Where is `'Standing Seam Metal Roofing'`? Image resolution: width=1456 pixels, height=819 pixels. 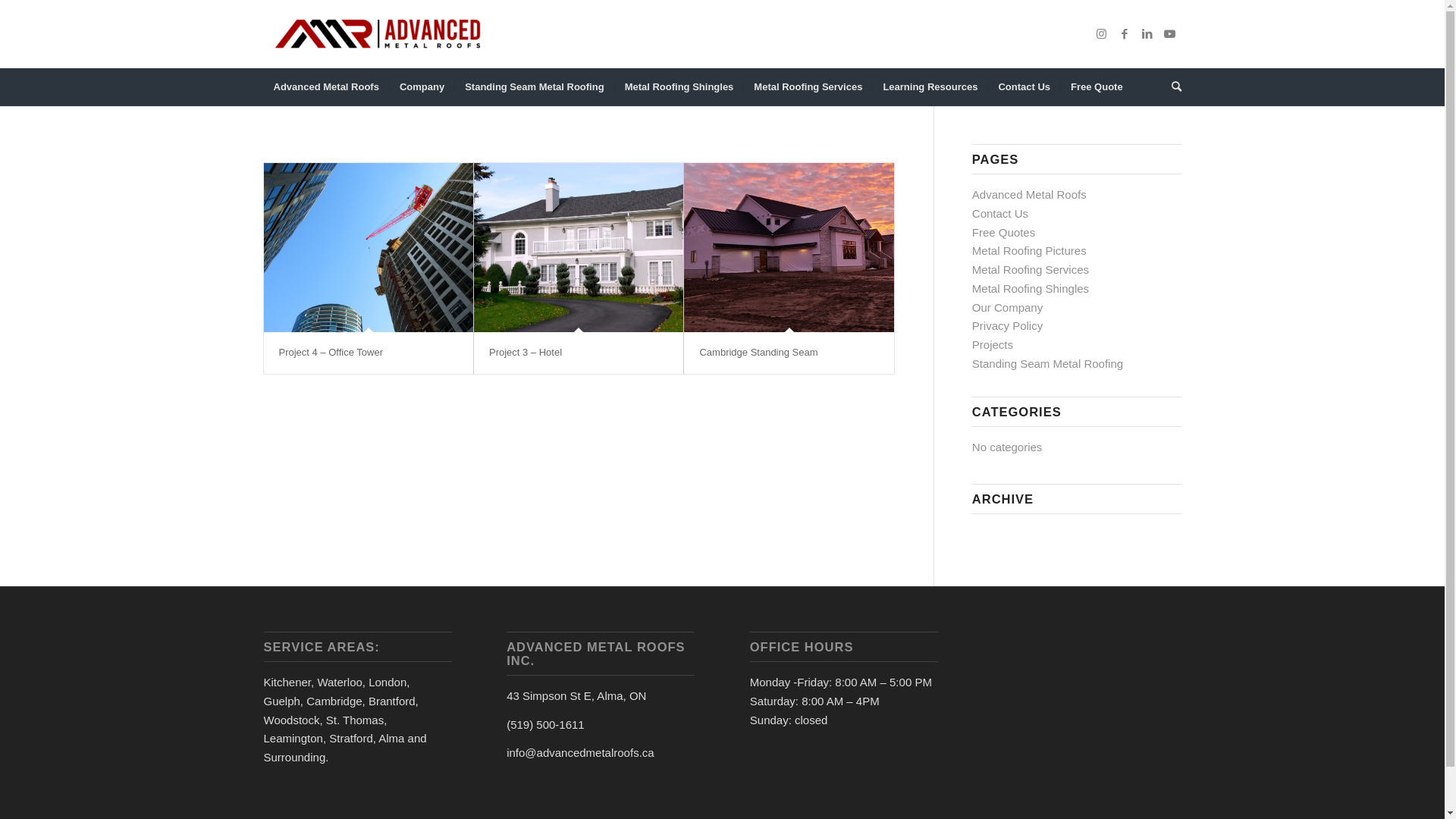 'Standing Seam Metal Roofing' is located at coordinates (534, 87).